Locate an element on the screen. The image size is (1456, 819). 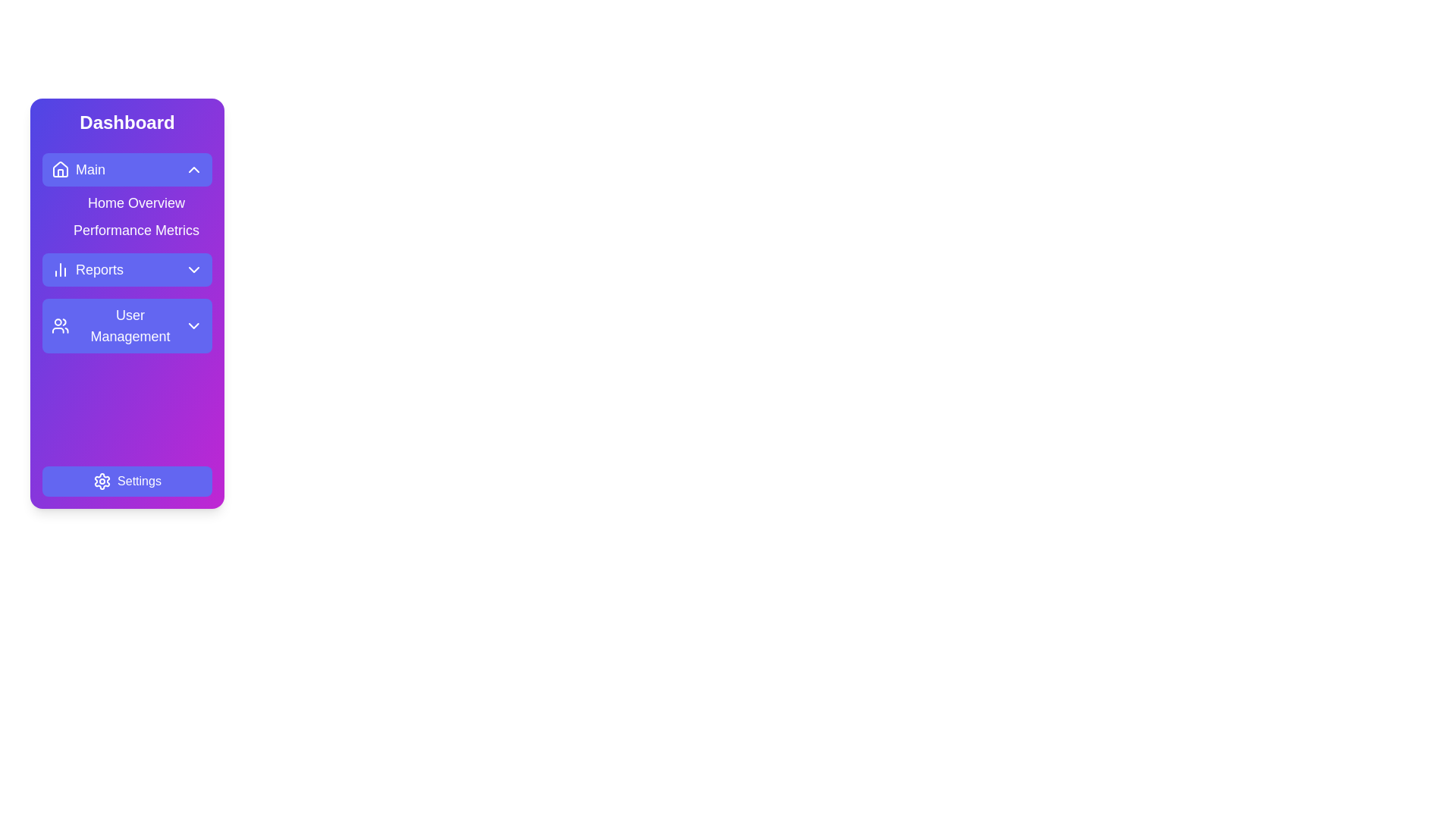
the SVG icon depicting two user figures located in the sidebar of the dashboard interface, positioned to the left of the text 'User Management' is located at coordinates (60, 325).